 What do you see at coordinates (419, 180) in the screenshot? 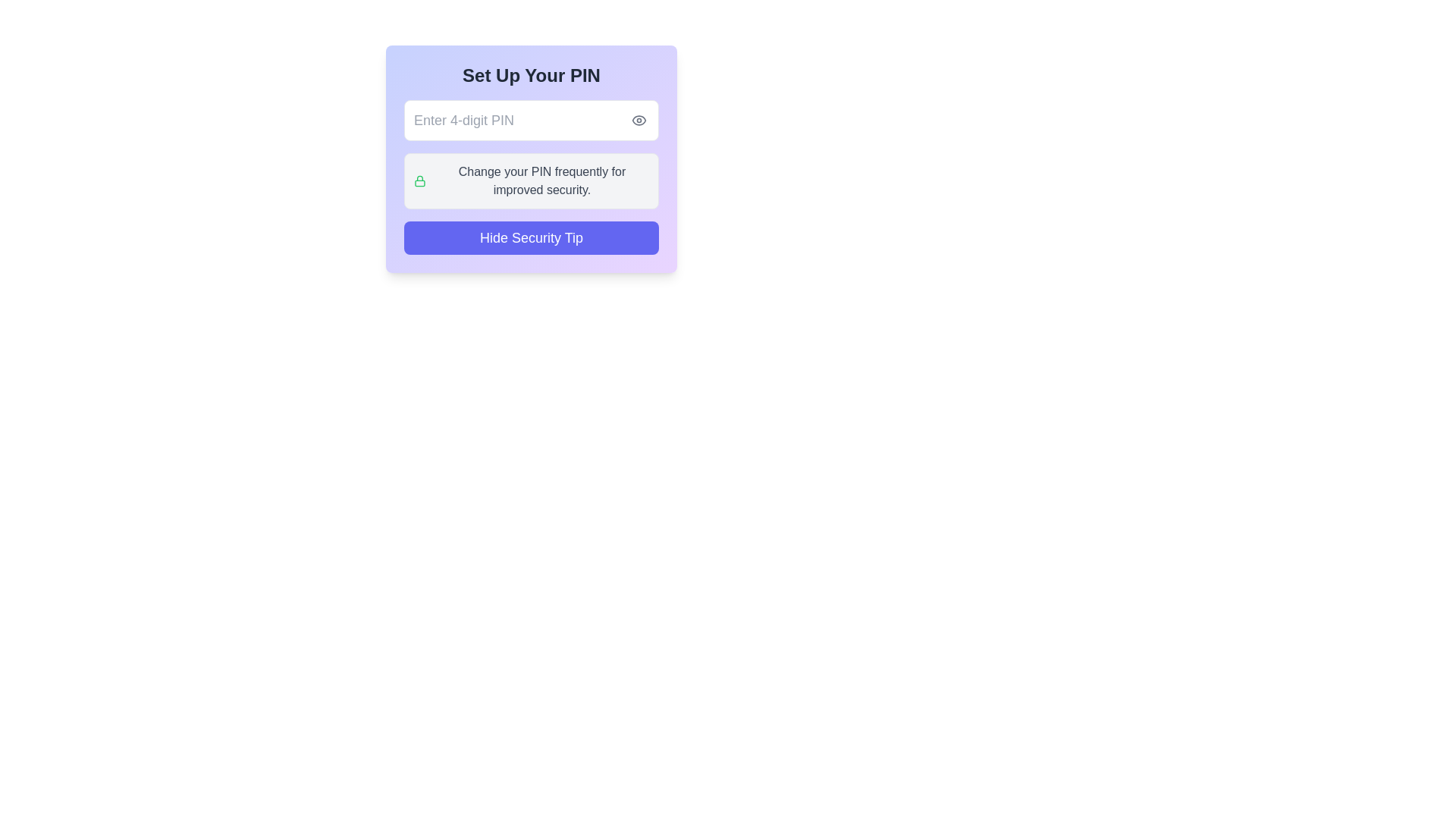
I see `the lock icon with a green outline, which is positioned to the left of the text 'Change your PIN frequently for improved security.'` at bounding box center [419, 180].